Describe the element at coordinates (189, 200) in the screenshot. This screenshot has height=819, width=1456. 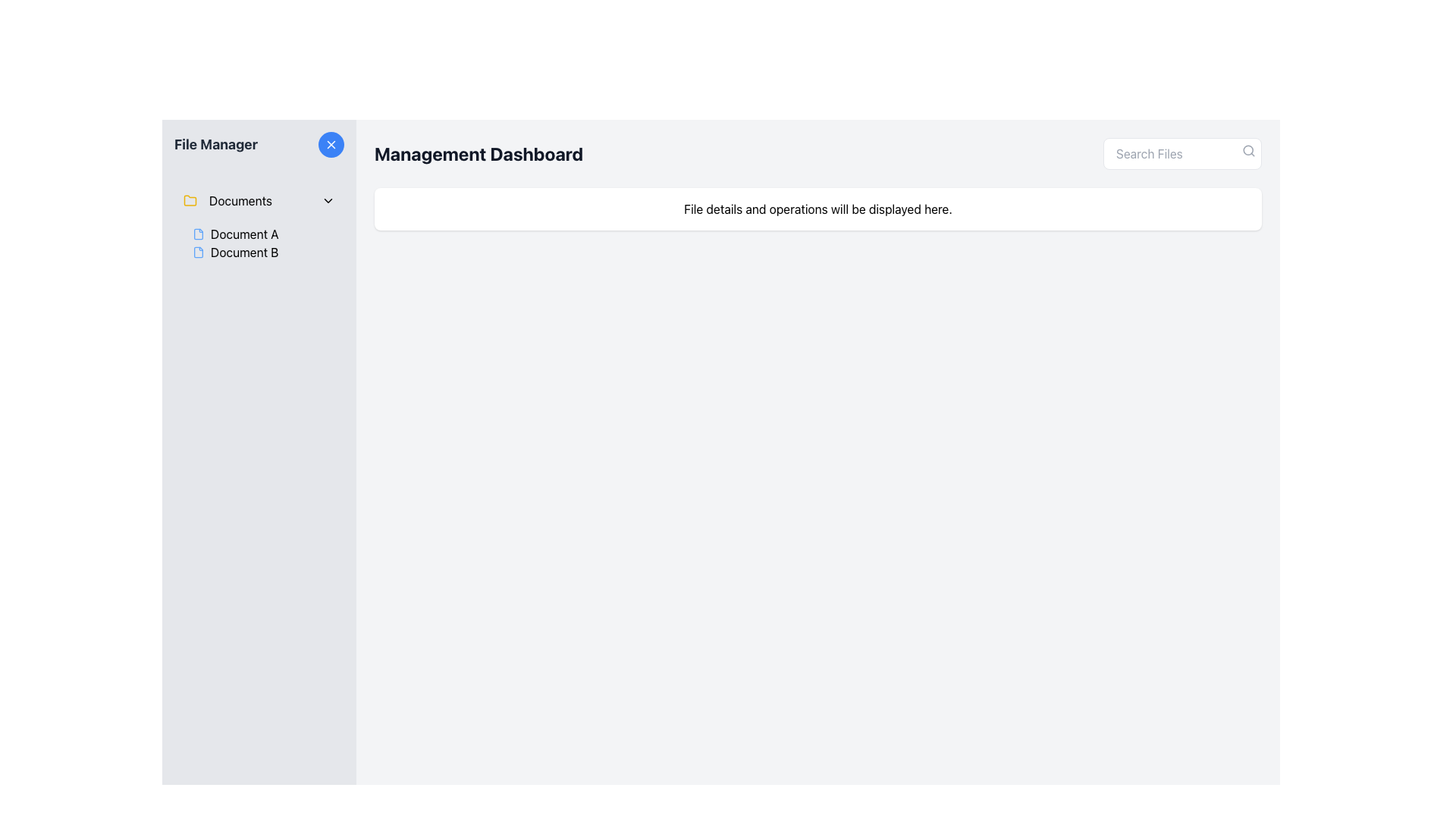
I see `the folder icon located at the beginning of the 'Documents' list item, which is characterized by a yellow outline and minimalistic design` at that location.